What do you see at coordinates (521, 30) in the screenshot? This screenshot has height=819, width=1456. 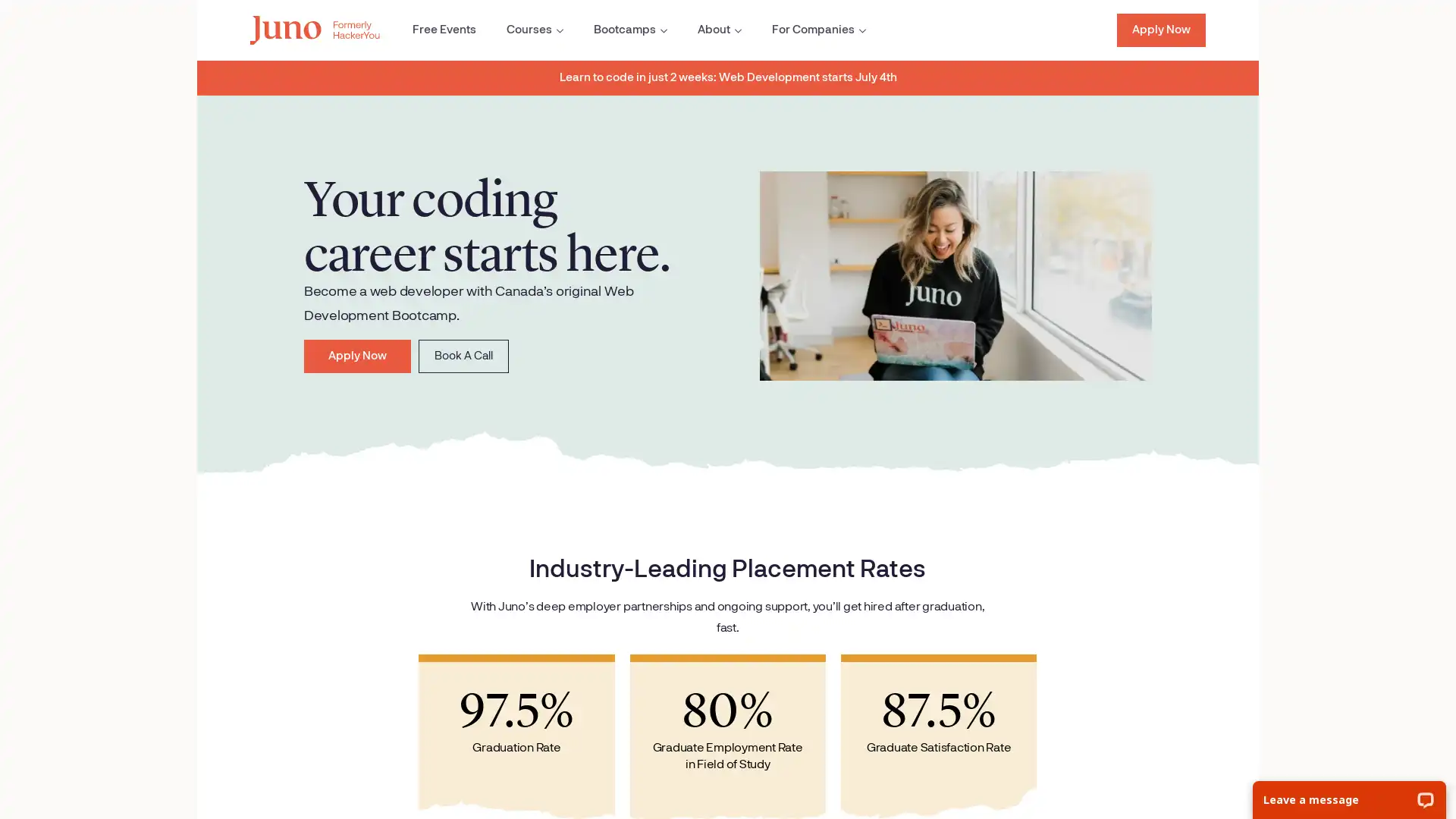 I see `Open the Courses sub menu.` at bounding box center [521, 30].